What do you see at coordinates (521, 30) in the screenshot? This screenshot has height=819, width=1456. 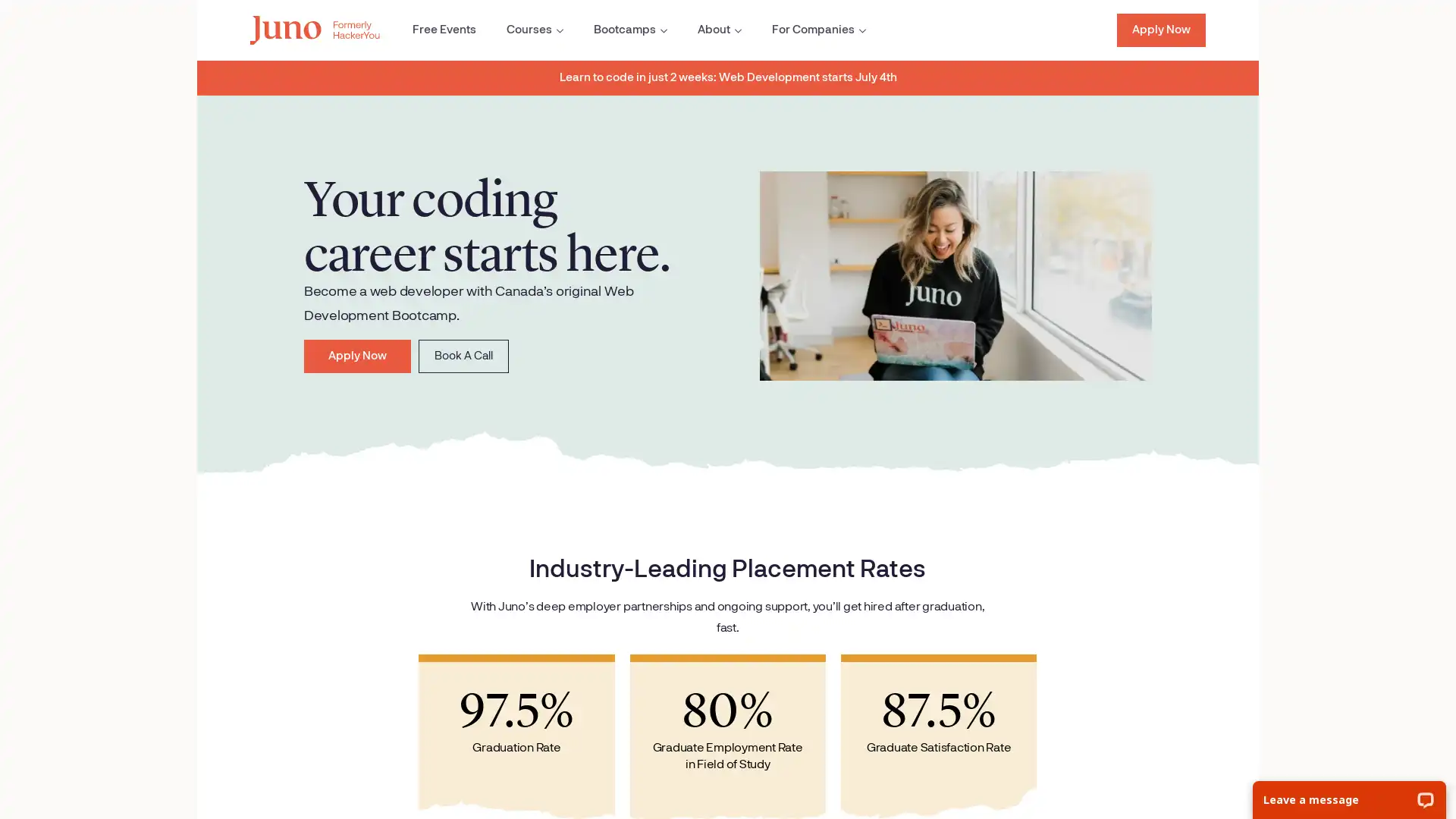 I see `Open the Courses sub menu.` at bounding box center [521, 30].